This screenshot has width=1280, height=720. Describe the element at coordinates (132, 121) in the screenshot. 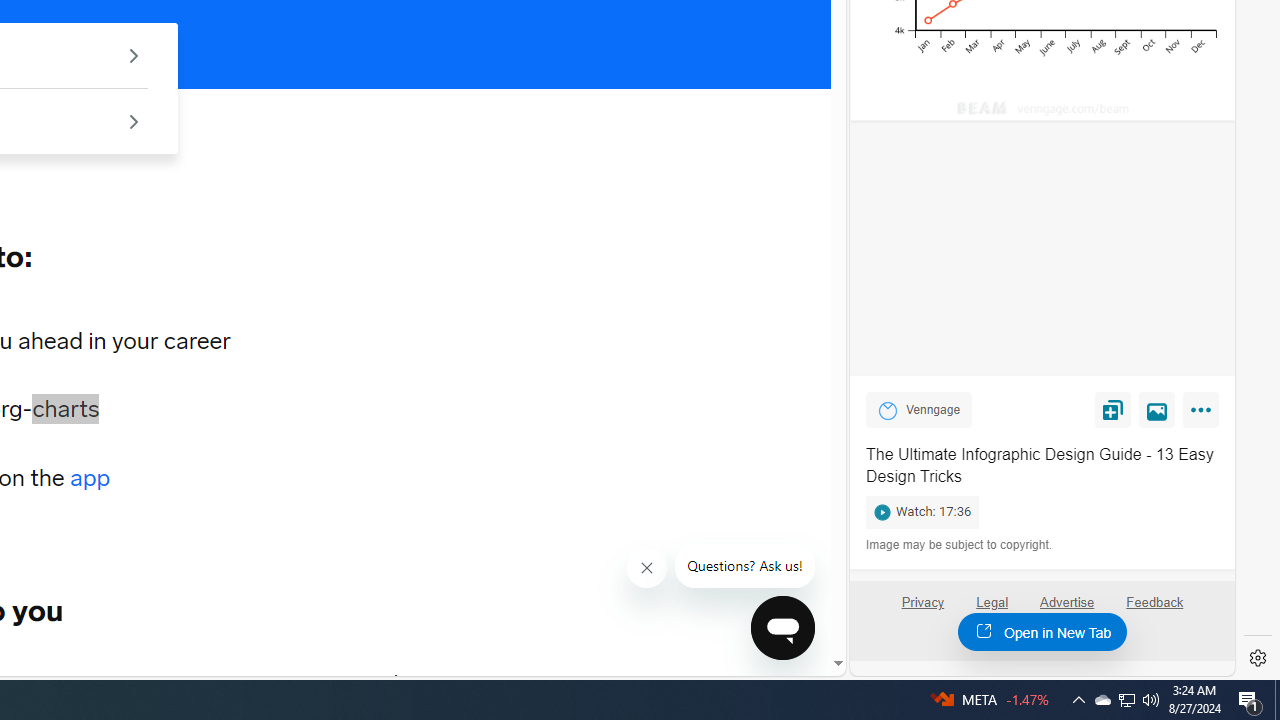

I see `'See group offers'` at that location.